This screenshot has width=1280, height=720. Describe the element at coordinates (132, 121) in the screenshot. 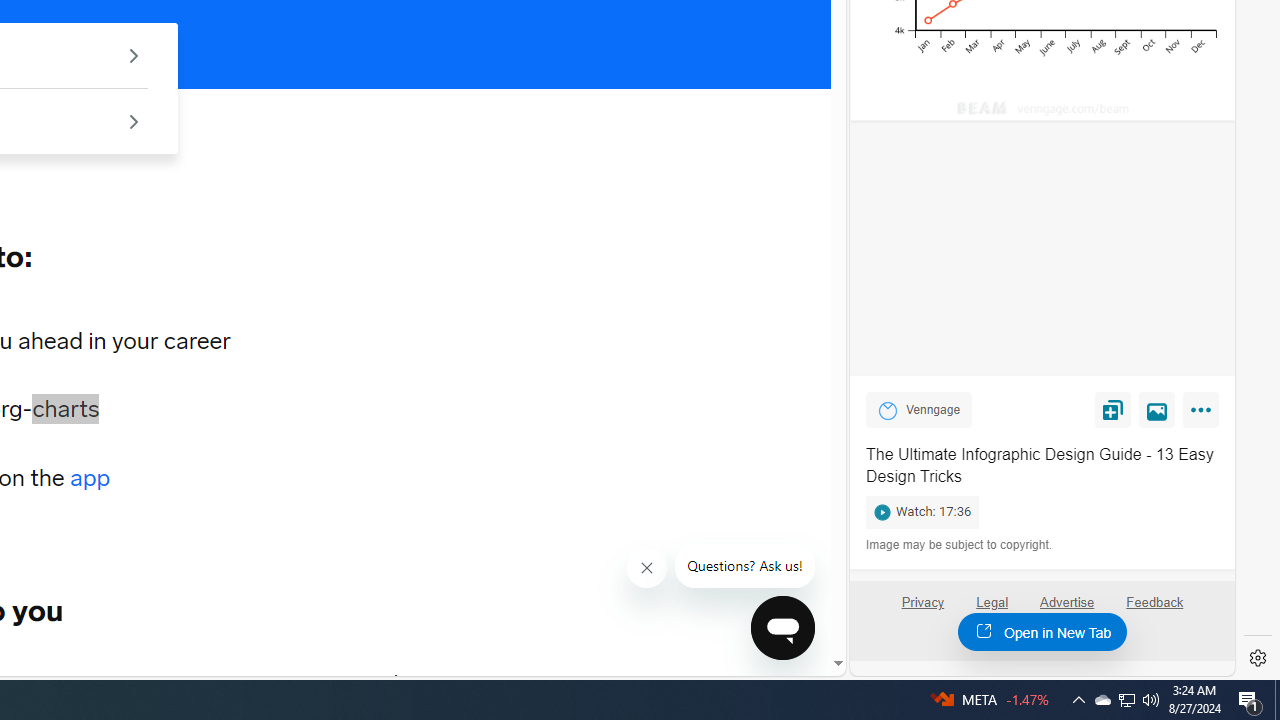

I see `'See group offers'` at that location.